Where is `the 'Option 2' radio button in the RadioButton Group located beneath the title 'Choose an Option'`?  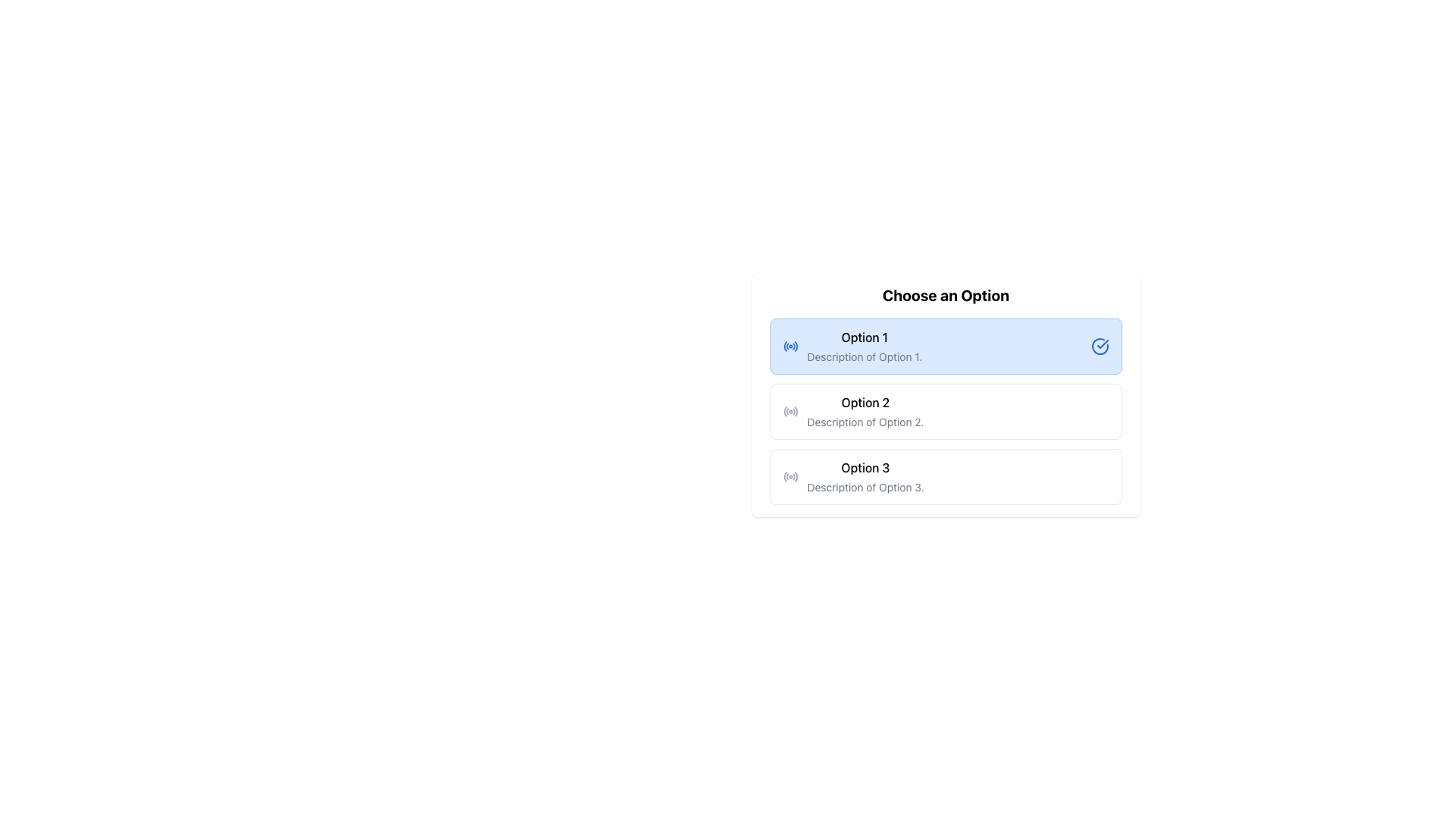 the 'Option 2' radio button in the RadioButton Group located beneath the title 'Choose an Option' is located at coordinates (945, 412).